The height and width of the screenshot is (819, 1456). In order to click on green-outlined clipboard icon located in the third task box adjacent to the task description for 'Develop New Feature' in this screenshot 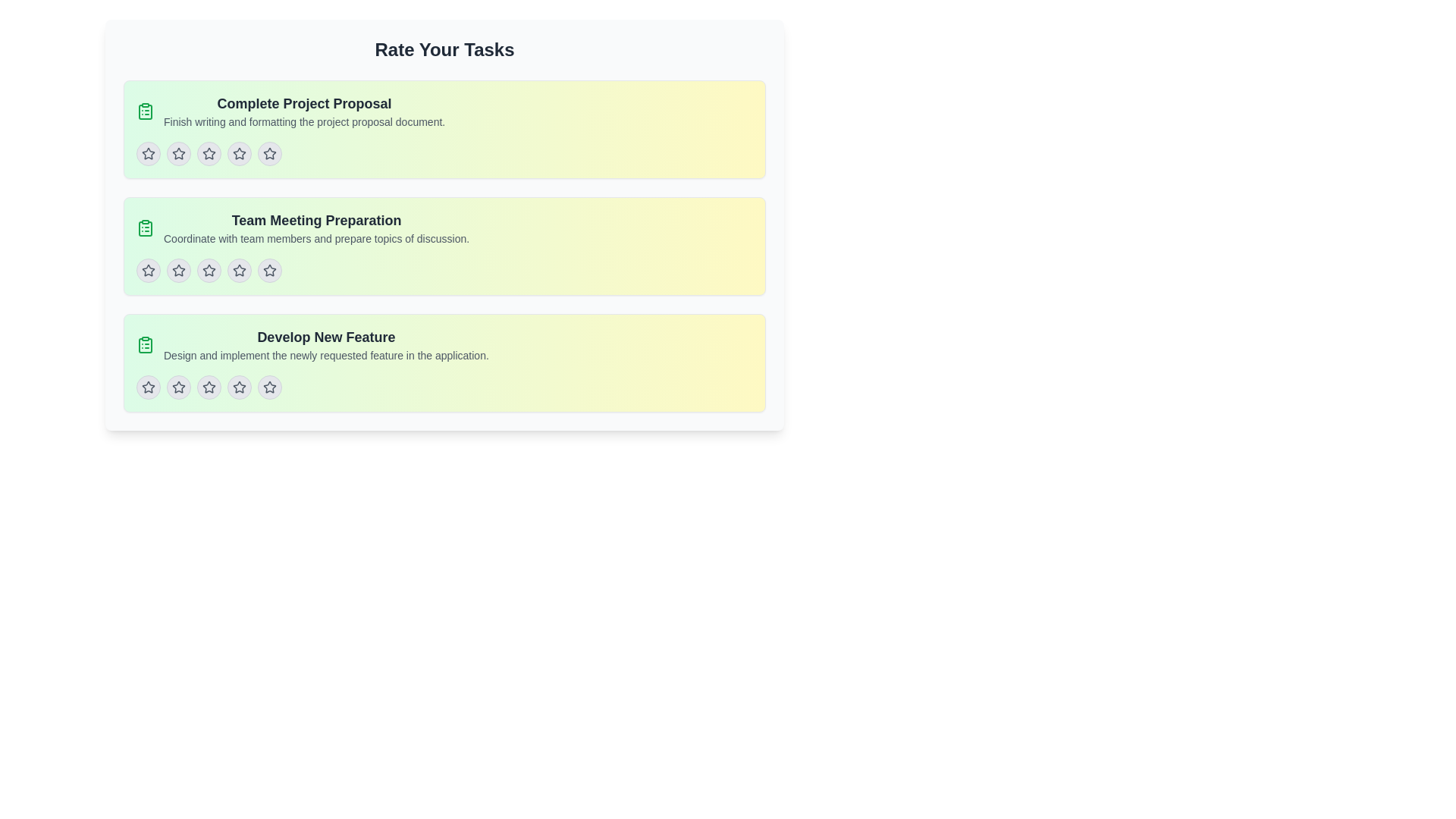, I will do `click(146, 345)`.